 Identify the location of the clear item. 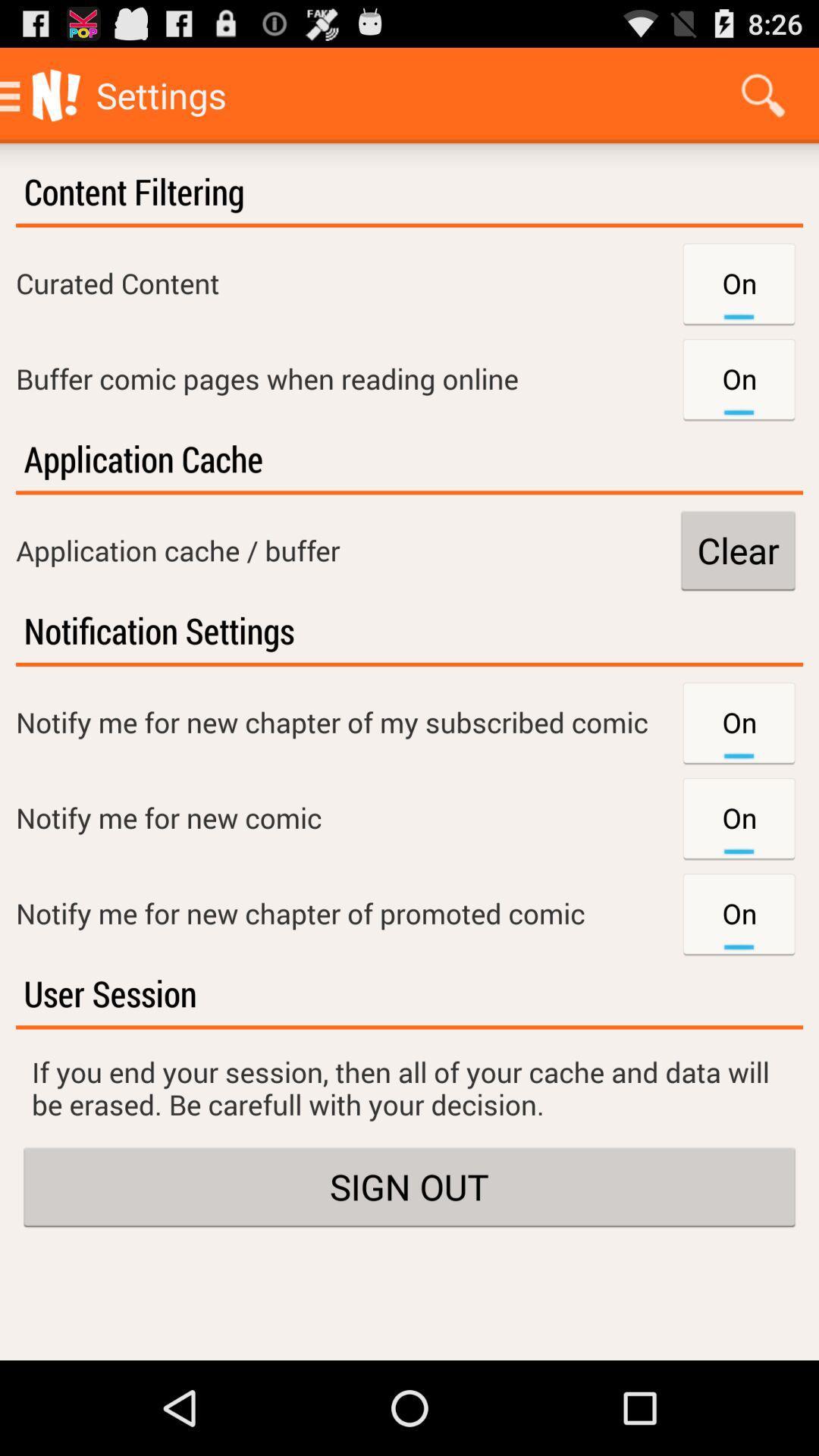
(737, 549).